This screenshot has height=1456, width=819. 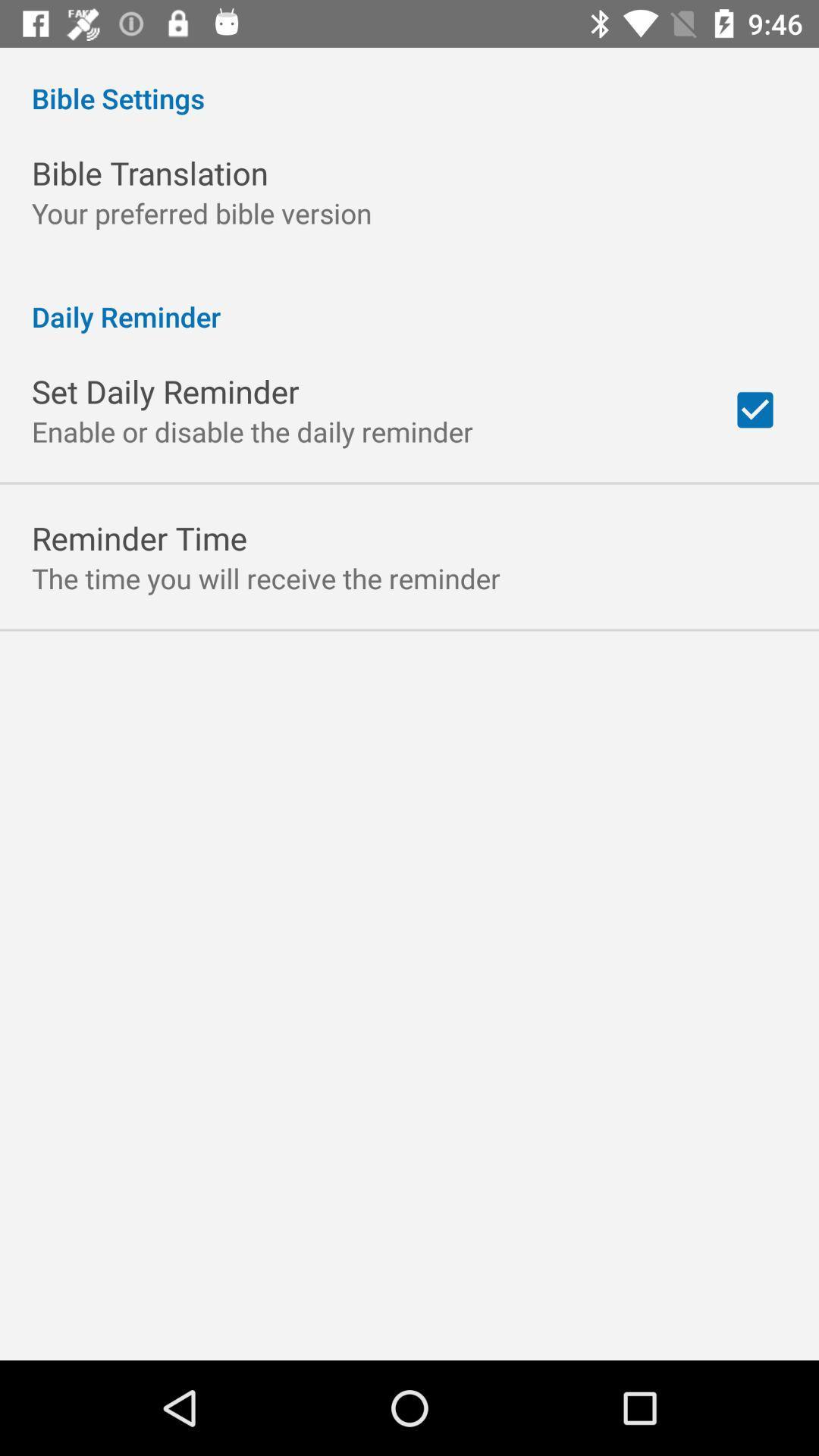 I want to click on the time you icon, so click(x=265, y=577).